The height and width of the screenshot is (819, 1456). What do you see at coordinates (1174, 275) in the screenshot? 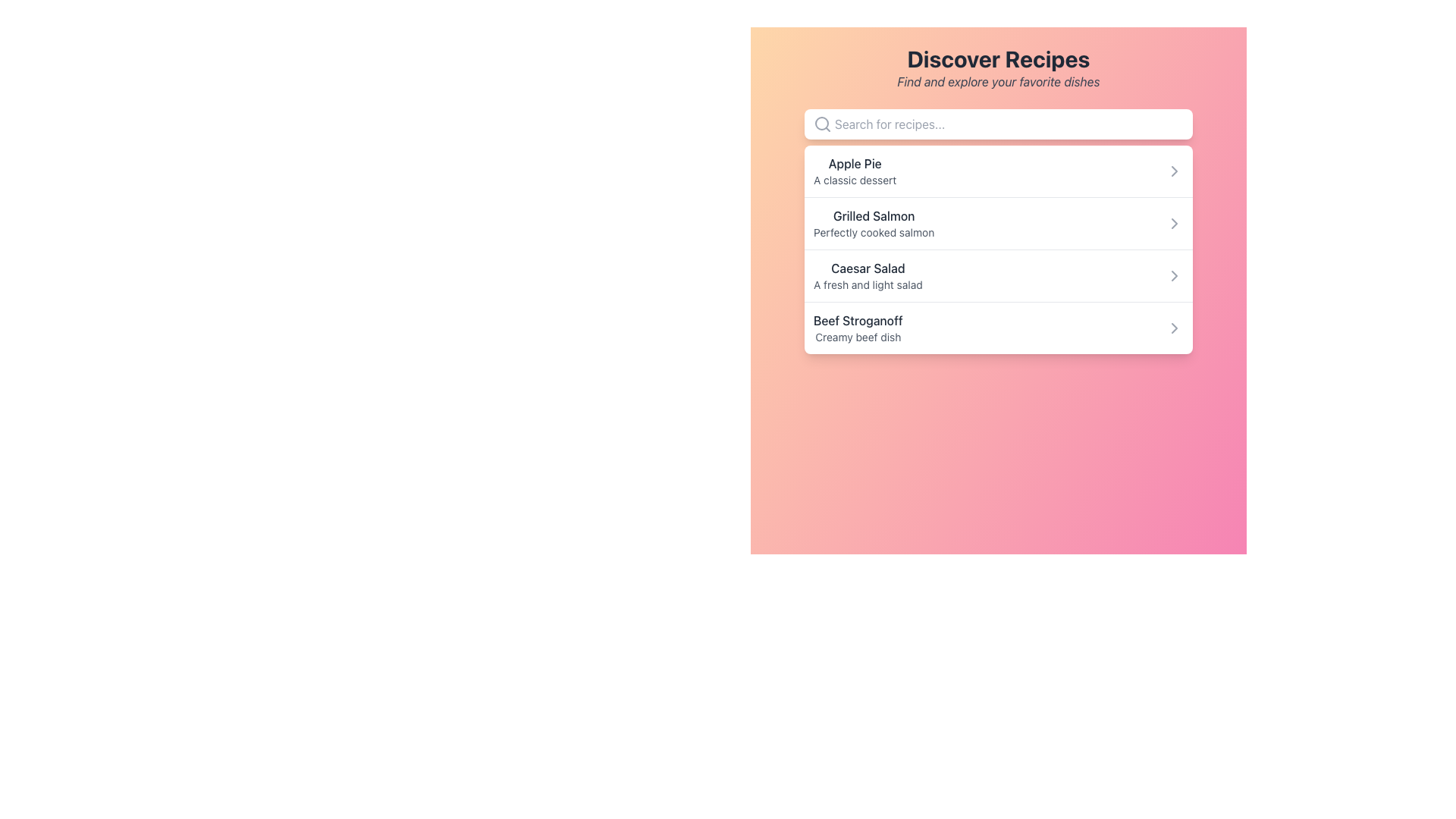
I see `the icon indicating the 'Caesar Salad' item, which is positioned at the rightmost end of its row, to interact with it` at bounding box center [1174, 275].